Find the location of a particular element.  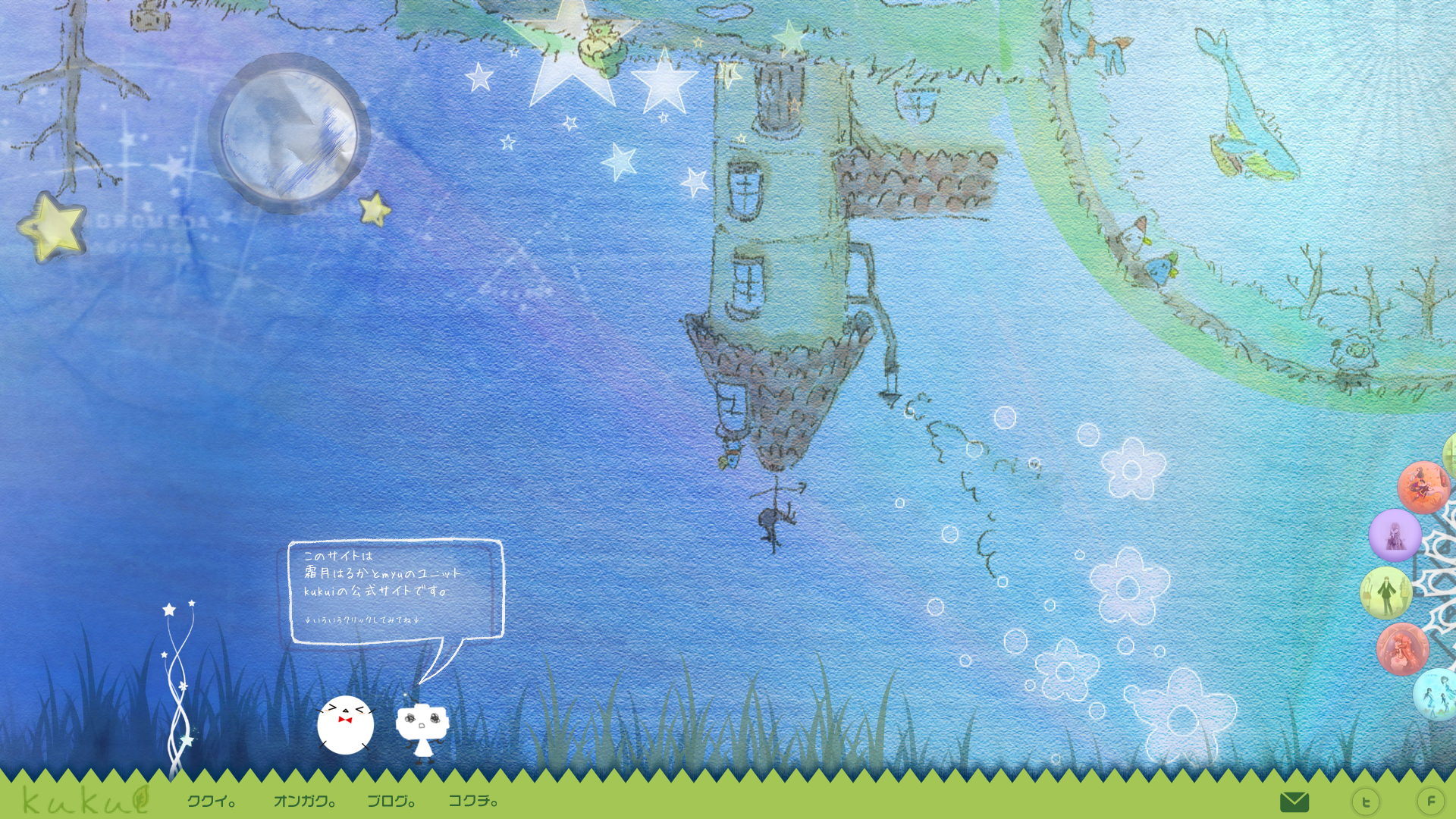

'Click to enlarge' is located at coordinates (1395, 534).